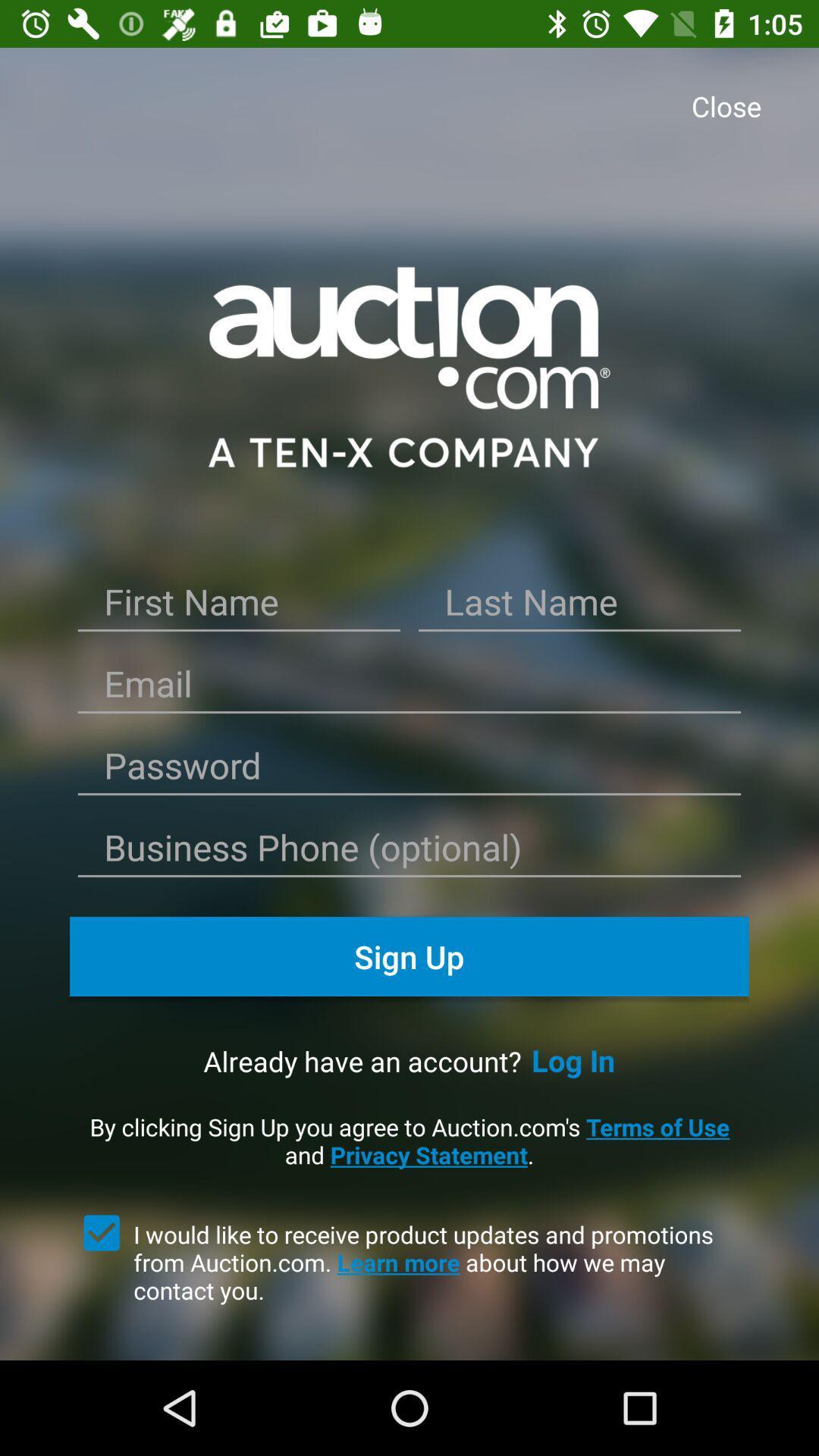 The height and width of the screenshot is (1456, 819). I want to click on icon next to the i would like icon, so click(102, 1233).